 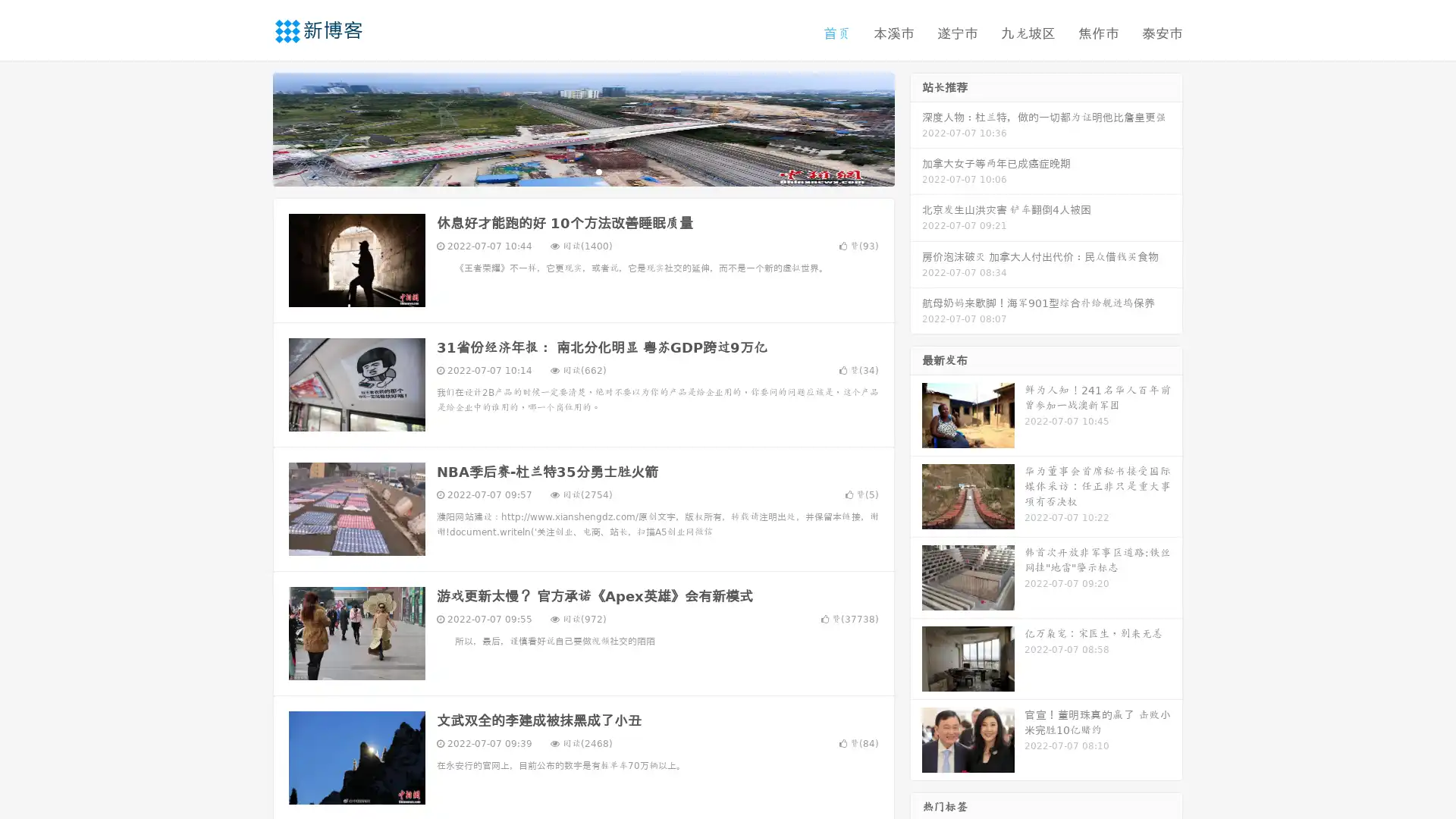 I want to click on Go to slide 2, so click(x=582, y=171).